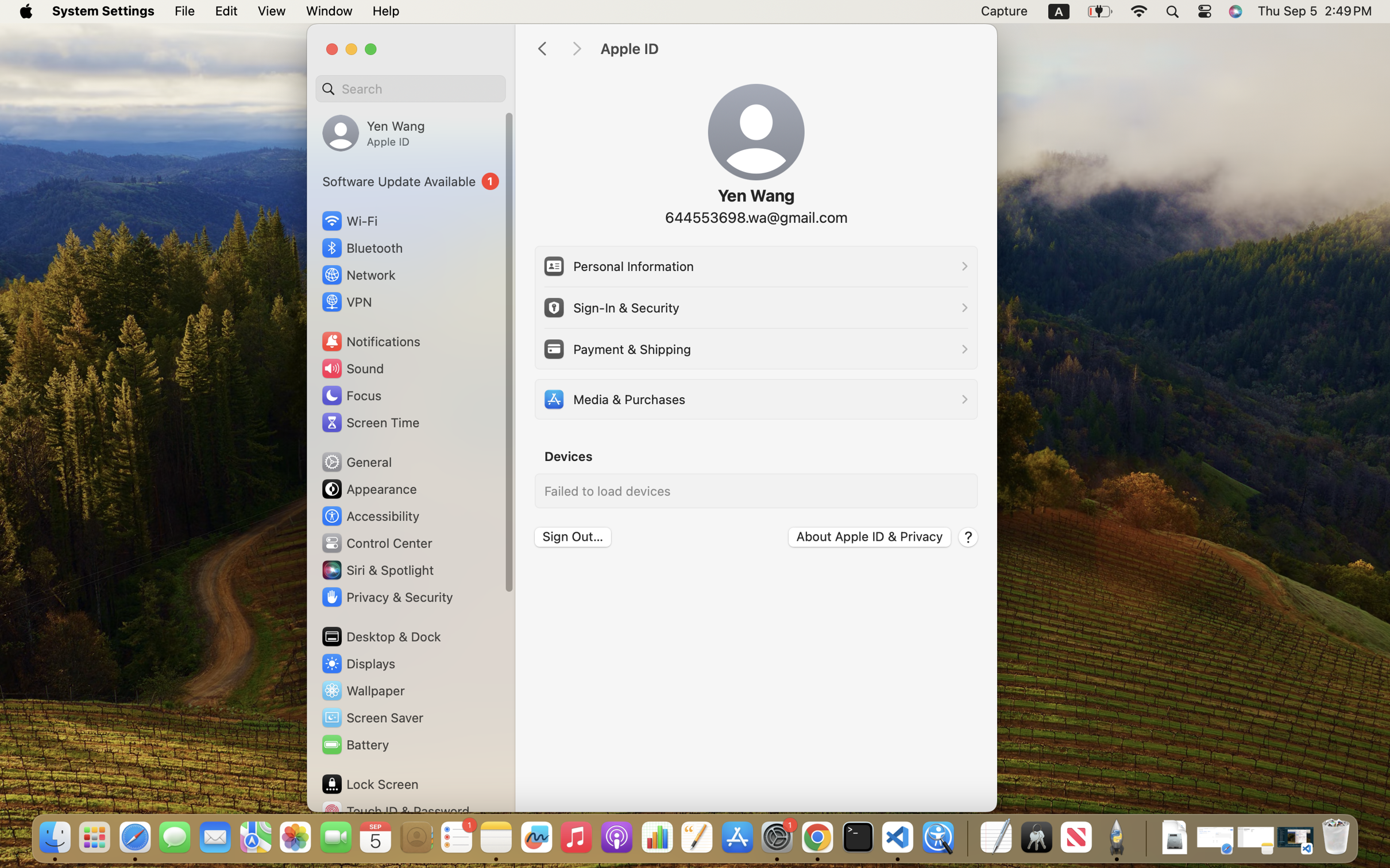 The image size is (1390, 868). I want to click on 'Privacy & Security', so click(385, 596).